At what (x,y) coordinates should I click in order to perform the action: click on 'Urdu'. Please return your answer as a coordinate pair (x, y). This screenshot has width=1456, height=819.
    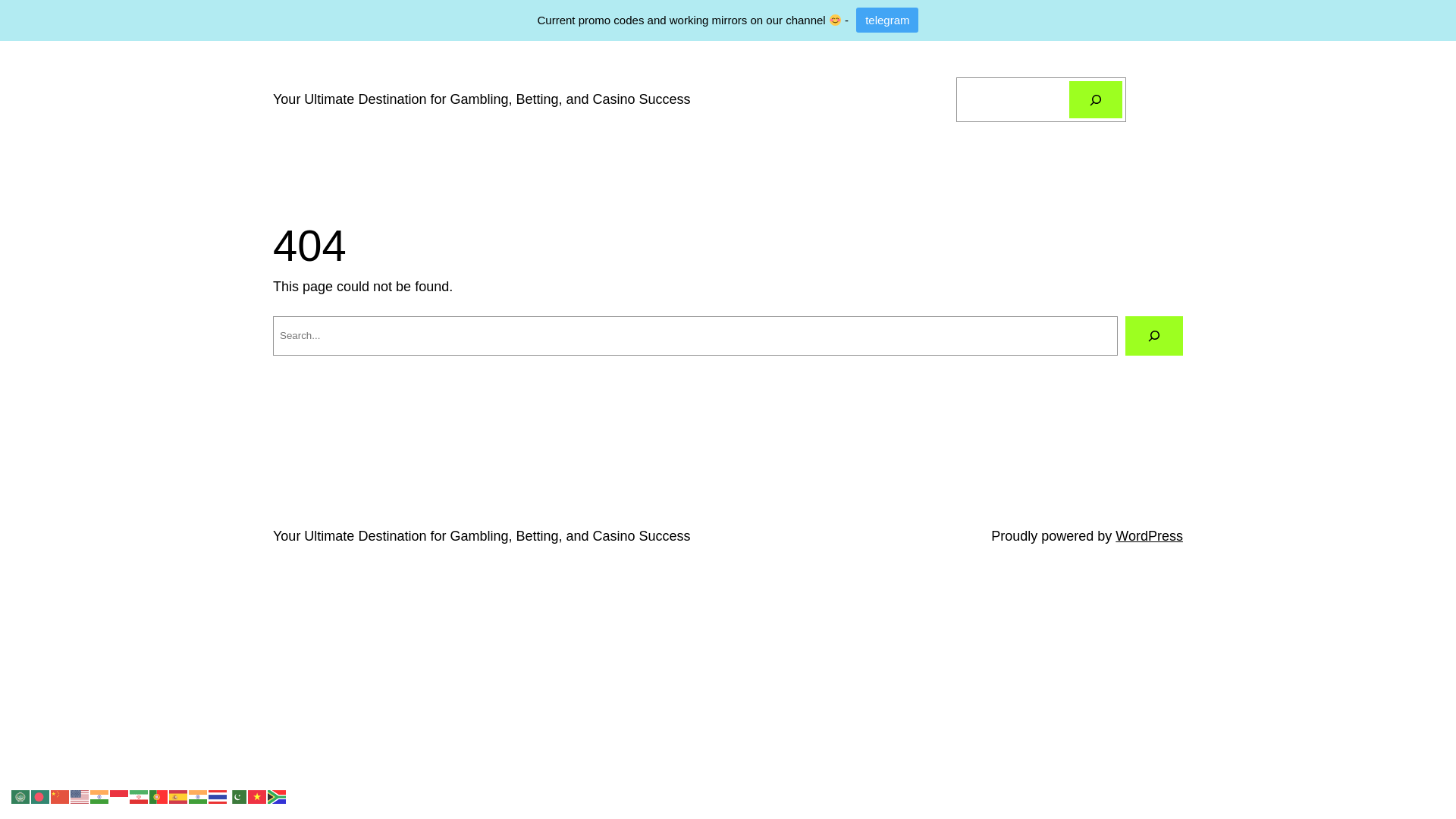
    Looking at the image, I should click on (237, 795).